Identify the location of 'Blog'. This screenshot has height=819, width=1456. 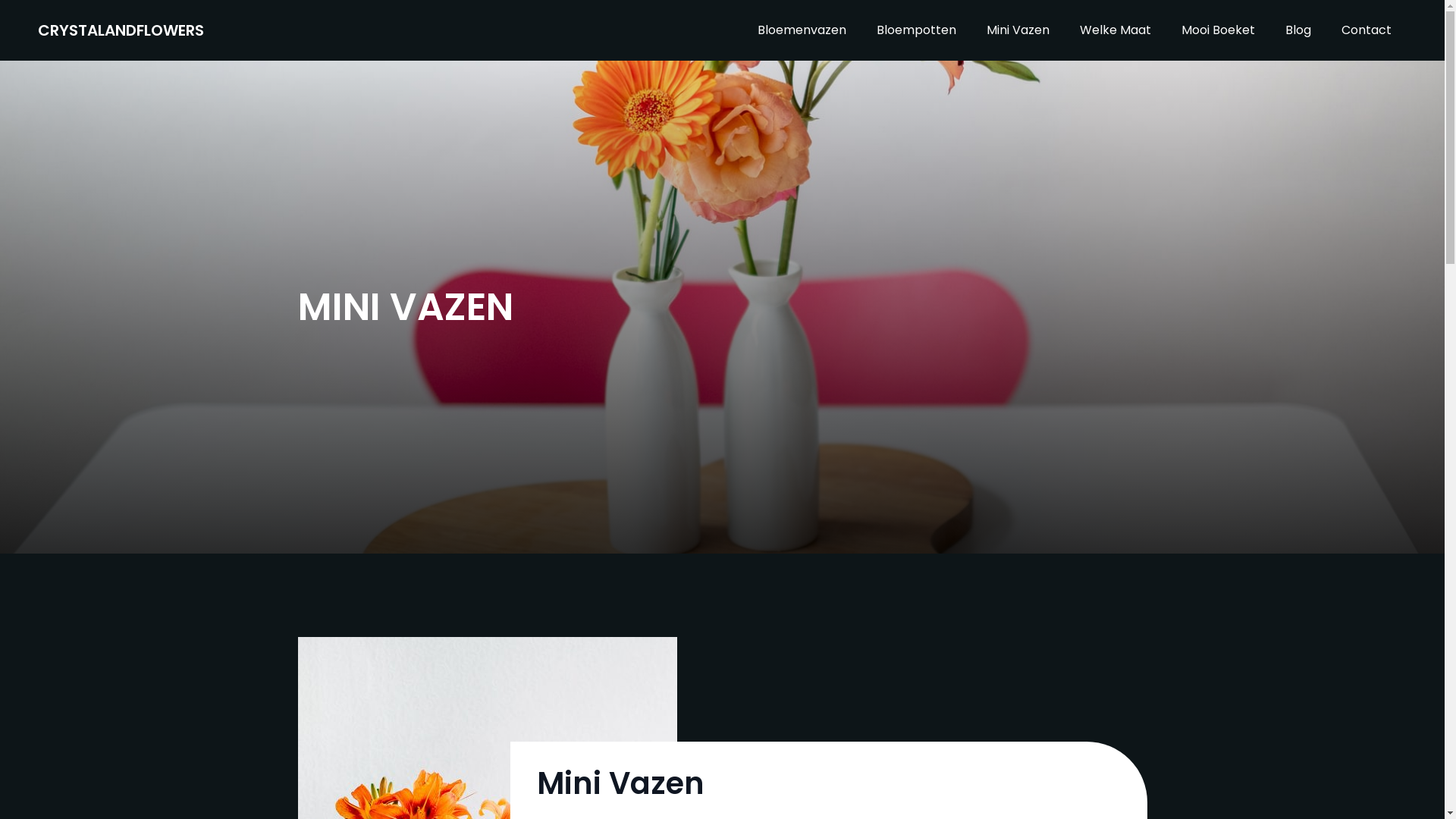
(1298, 30).